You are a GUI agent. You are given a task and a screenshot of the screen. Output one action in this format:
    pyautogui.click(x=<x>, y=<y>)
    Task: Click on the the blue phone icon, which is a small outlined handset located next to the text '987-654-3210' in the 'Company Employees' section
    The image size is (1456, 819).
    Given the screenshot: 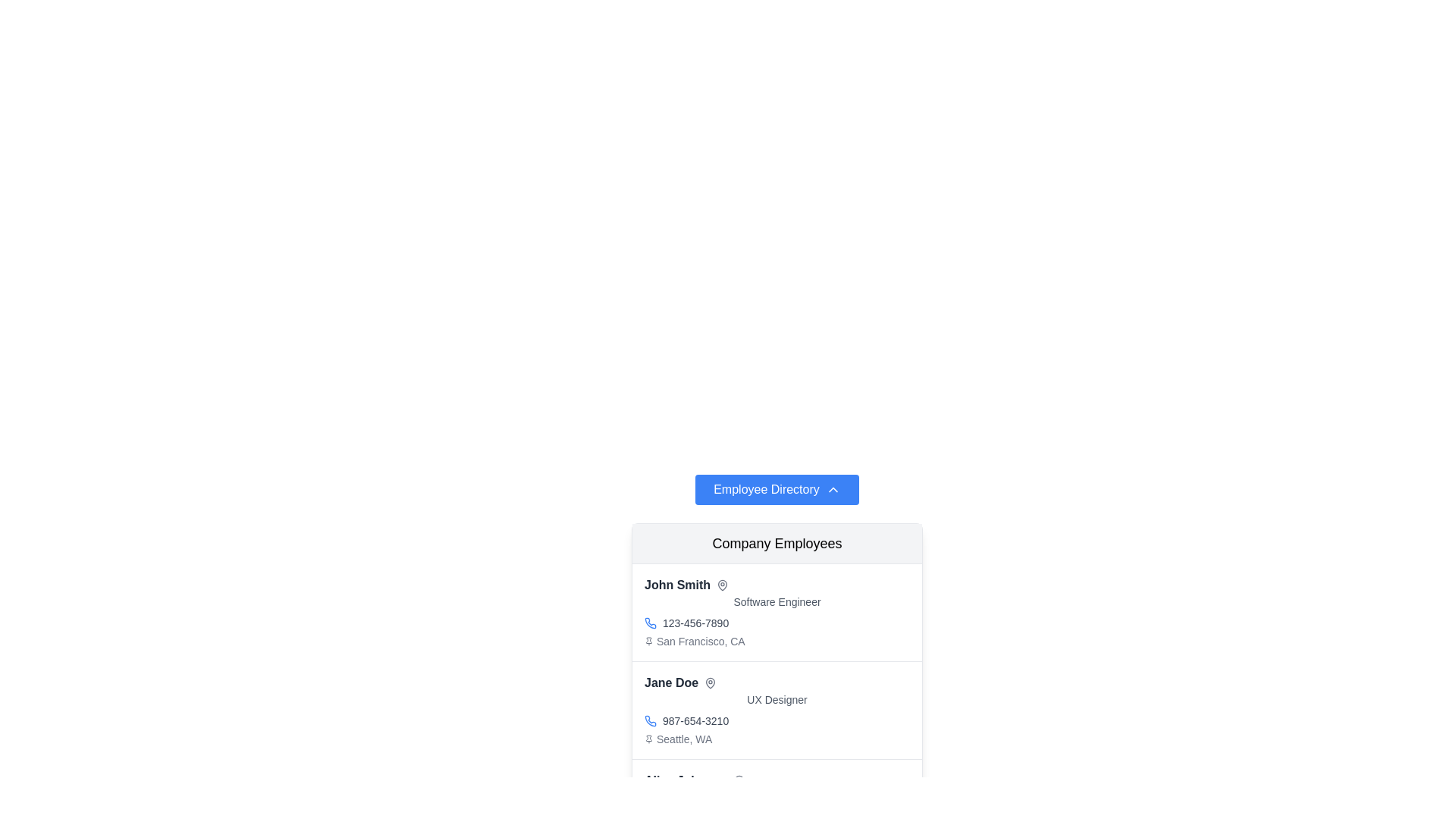 What is the action you would take?
    pyautogui.click(x=651, y=720)
    